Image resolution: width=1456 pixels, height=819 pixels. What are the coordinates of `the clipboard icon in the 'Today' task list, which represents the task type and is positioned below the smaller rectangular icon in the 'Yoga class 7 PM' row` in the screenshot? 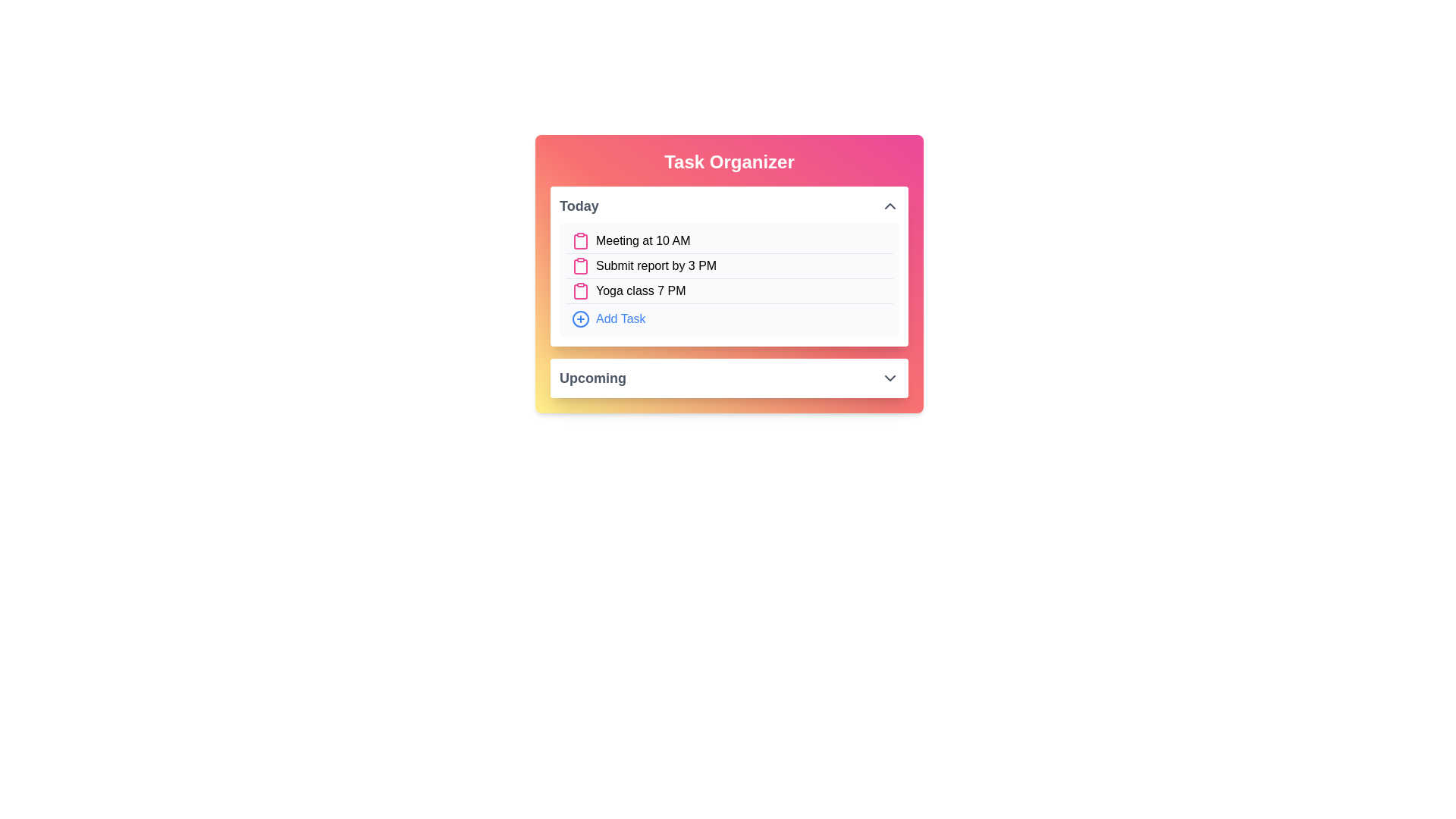 It's located at (580, 292).